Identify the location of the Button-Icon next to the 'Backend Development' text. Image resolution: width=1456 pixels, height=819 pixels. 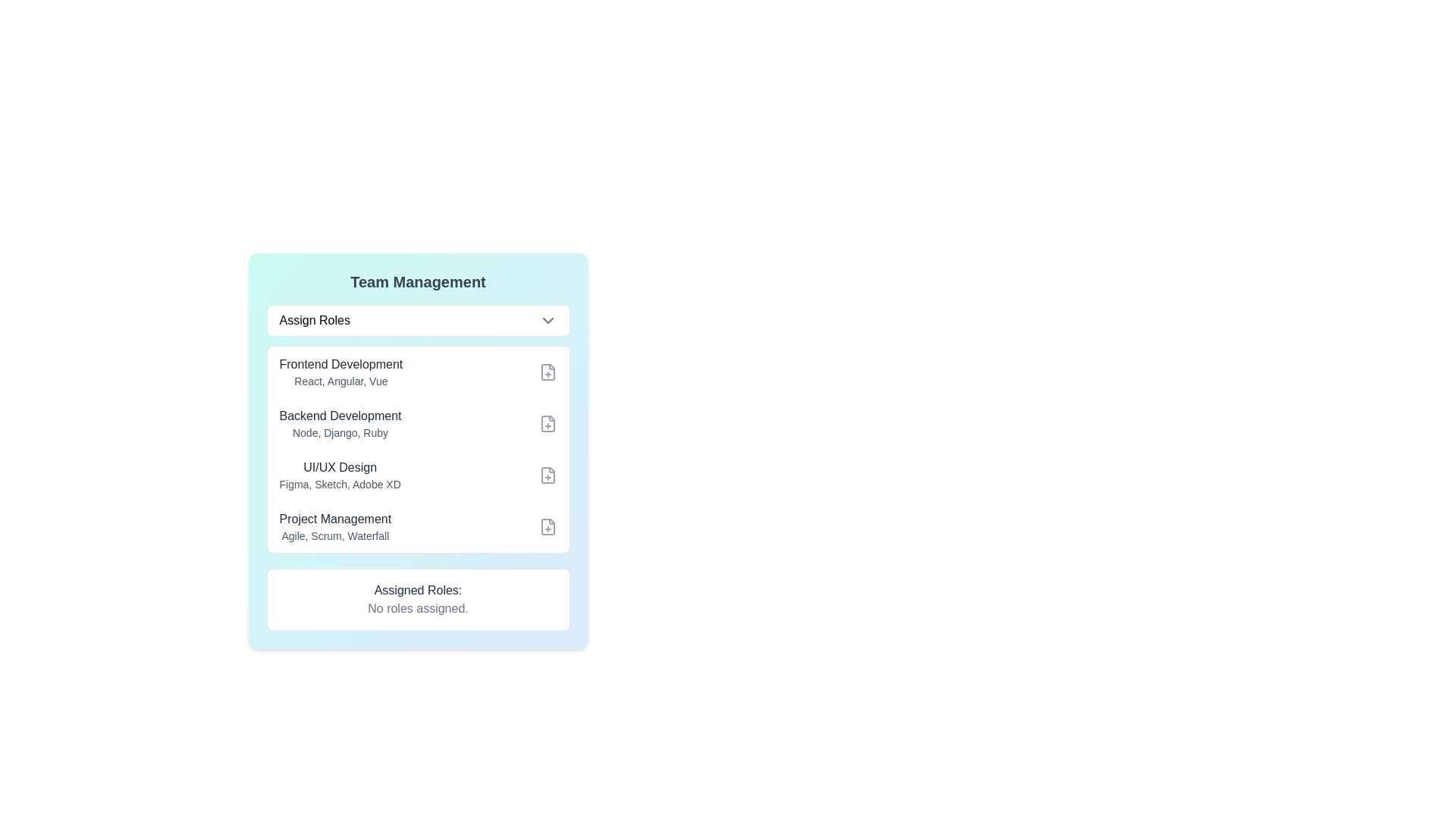
(547, 424).